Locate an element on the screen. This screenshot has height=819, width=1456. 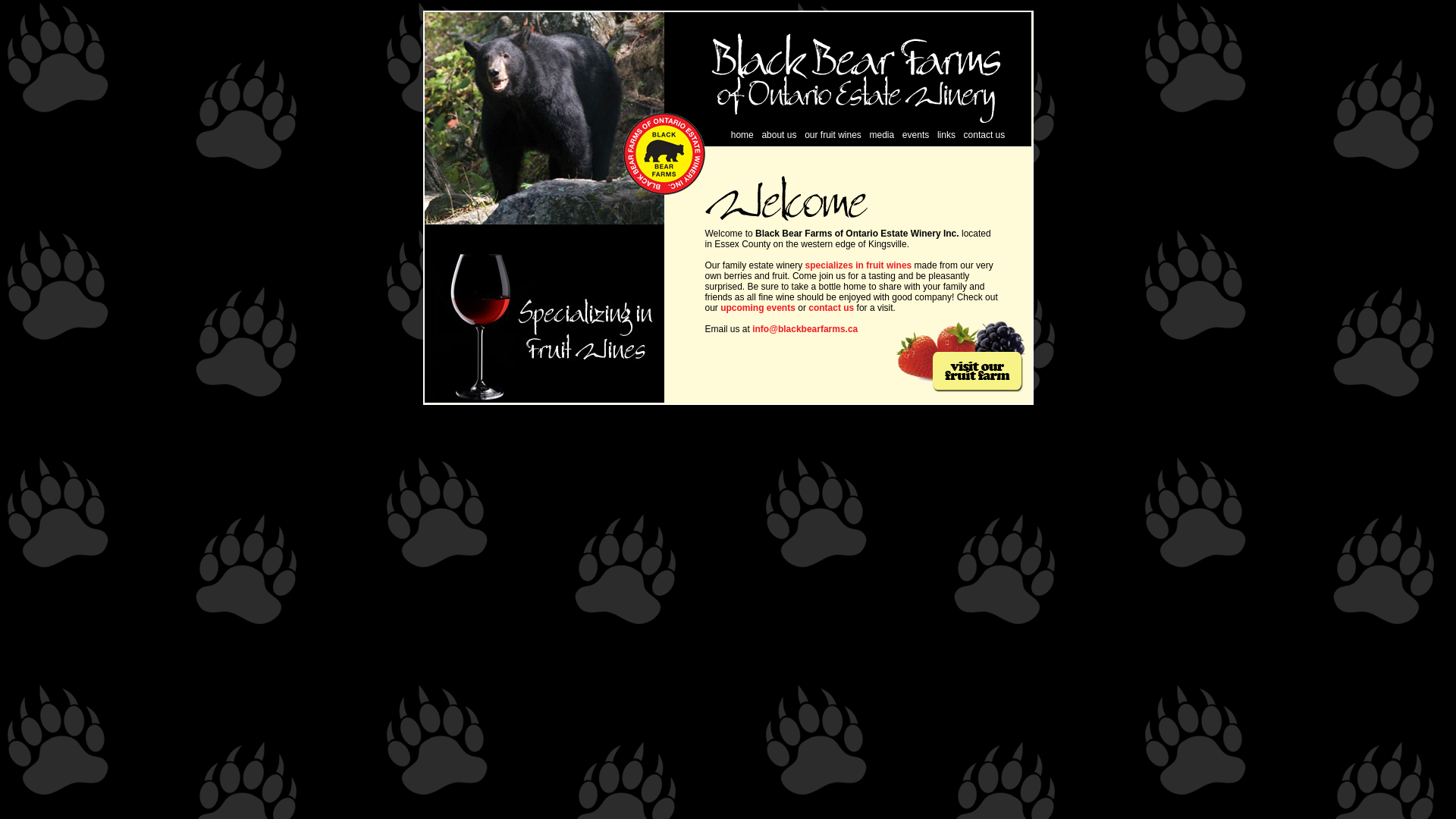
'media' is located at coordinates (881, 133).